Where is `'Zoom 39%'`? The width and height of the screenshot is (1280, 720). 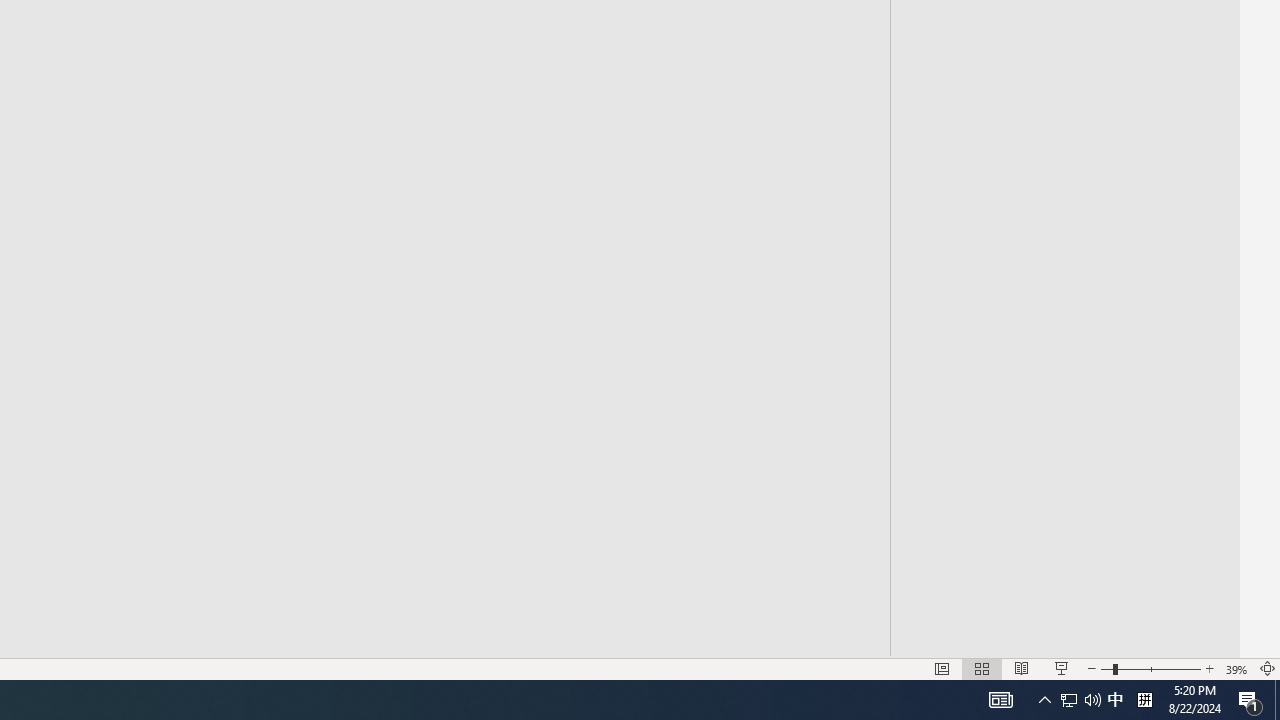 'Zoom 39%' is located at coordinates (1236, 669).